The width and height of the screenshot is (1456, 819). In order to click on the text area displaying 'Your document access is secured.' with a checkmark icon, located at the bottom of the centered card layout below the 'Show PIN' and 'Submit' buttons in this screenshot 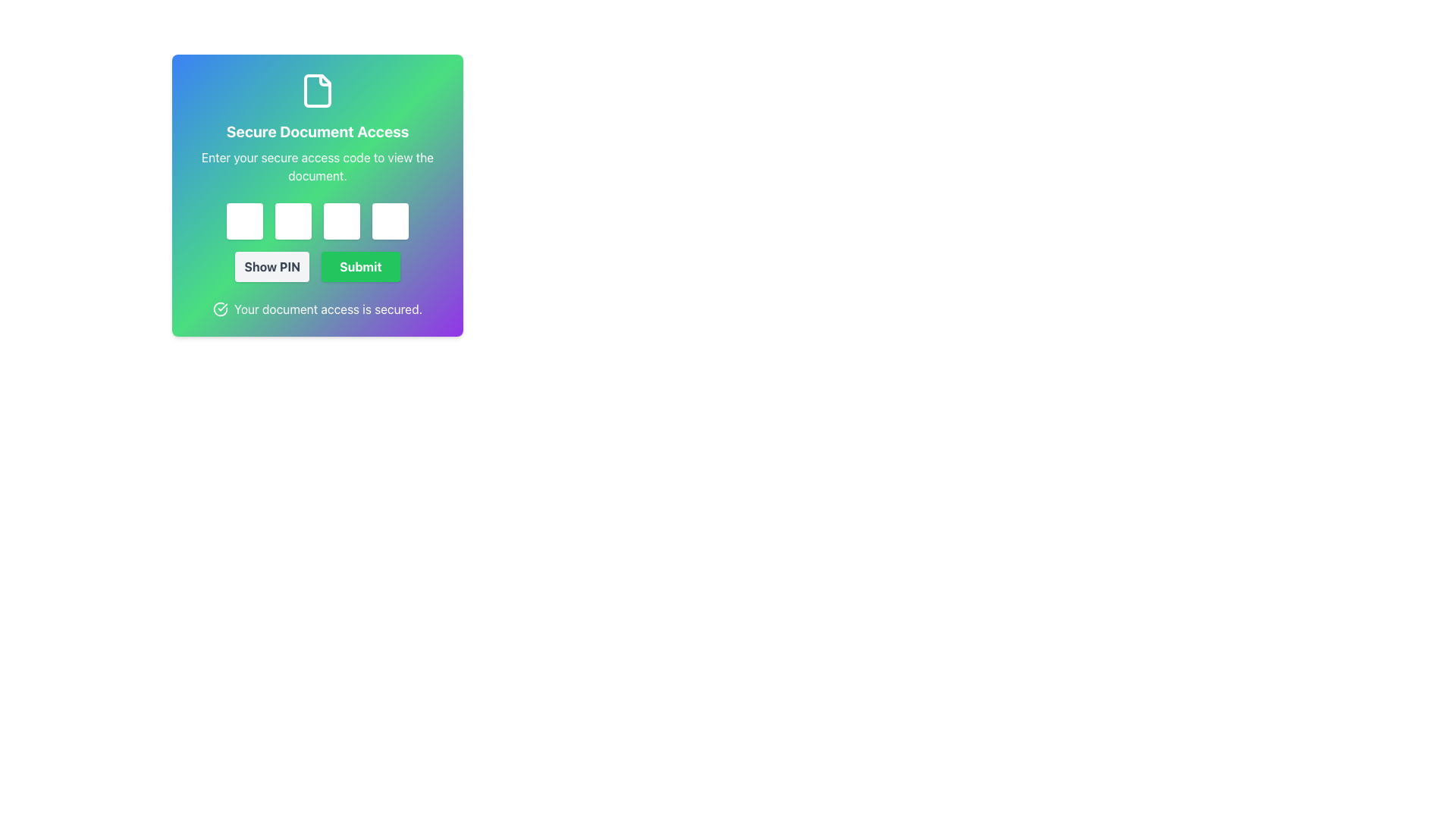, I will do `click(316, 309)`.